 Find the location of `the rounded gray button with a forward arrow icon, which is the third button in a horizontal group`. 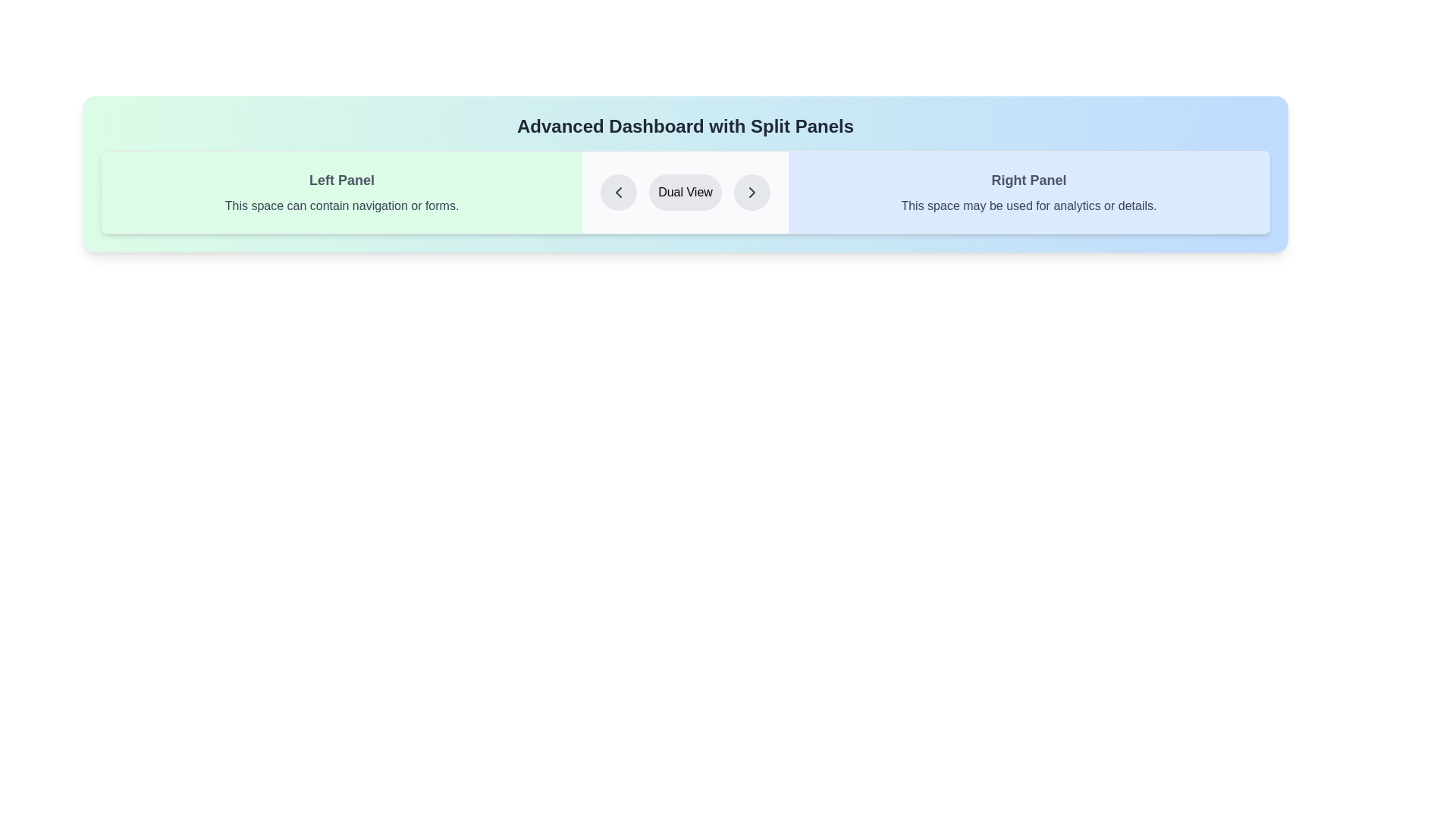

the rounded gray button with a forward arrow icon, which is the third button in a horizontal group is located at coordinates (752, 192).